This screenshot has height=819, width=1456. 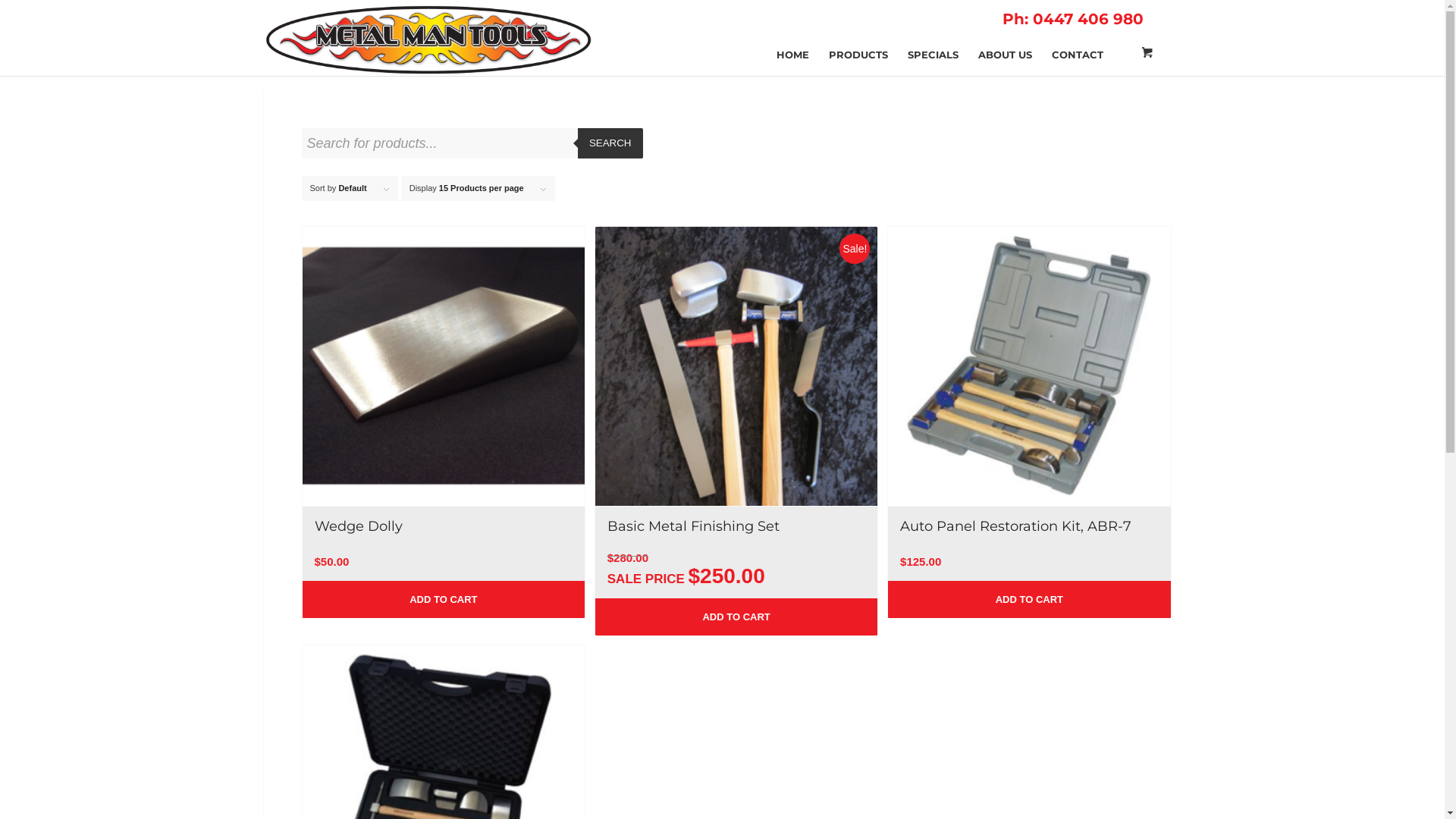 What do you see at coordinates (577, 143) in the screenshot?
I see `'SEARCH'` at bounding box center [577, 143].